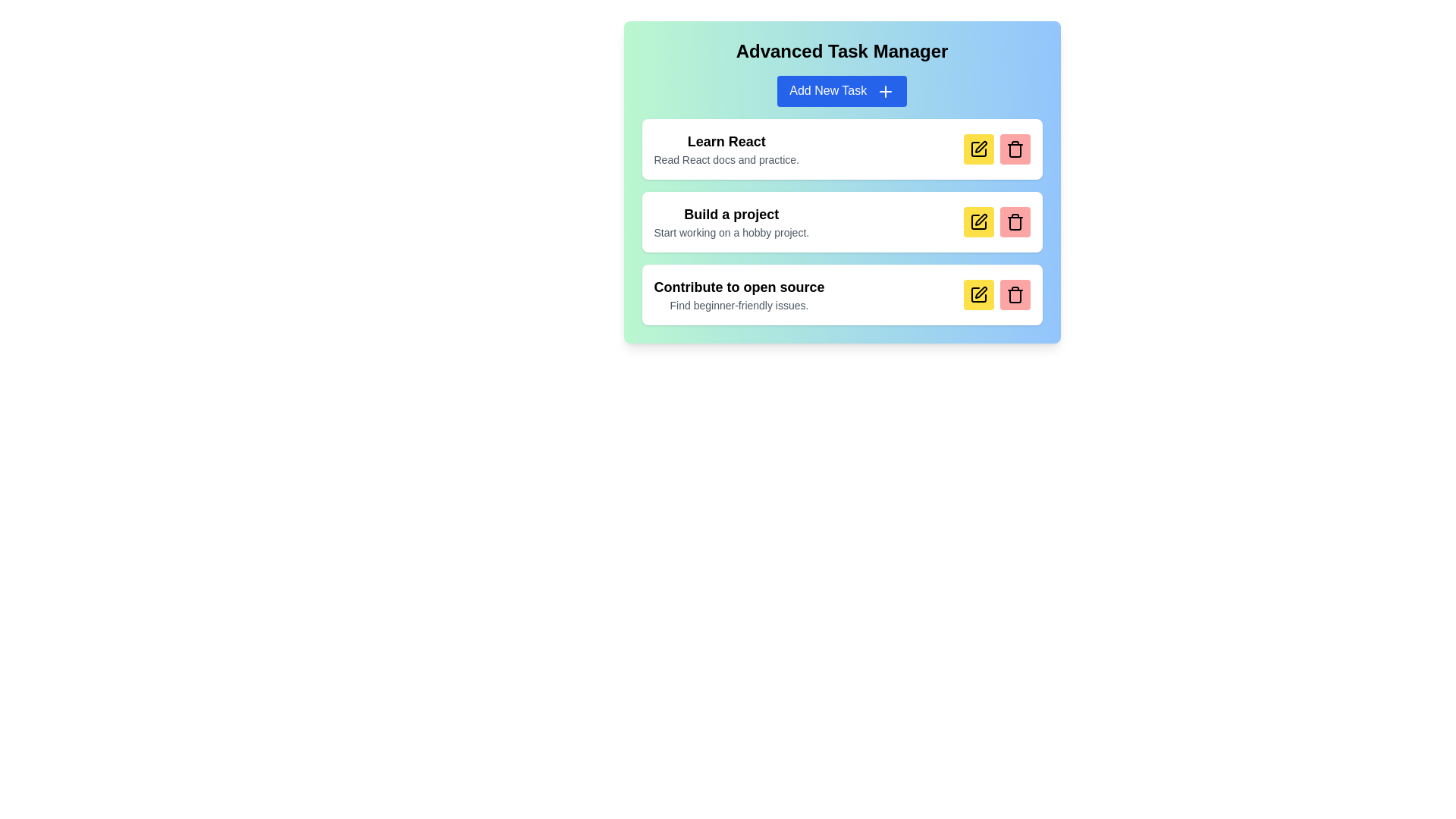 Image resolution: width=1456 pixels, height=819 pixels. Describe the element at coordinates (841, 51) in the screenshot. I see `the header of the component` at that location.